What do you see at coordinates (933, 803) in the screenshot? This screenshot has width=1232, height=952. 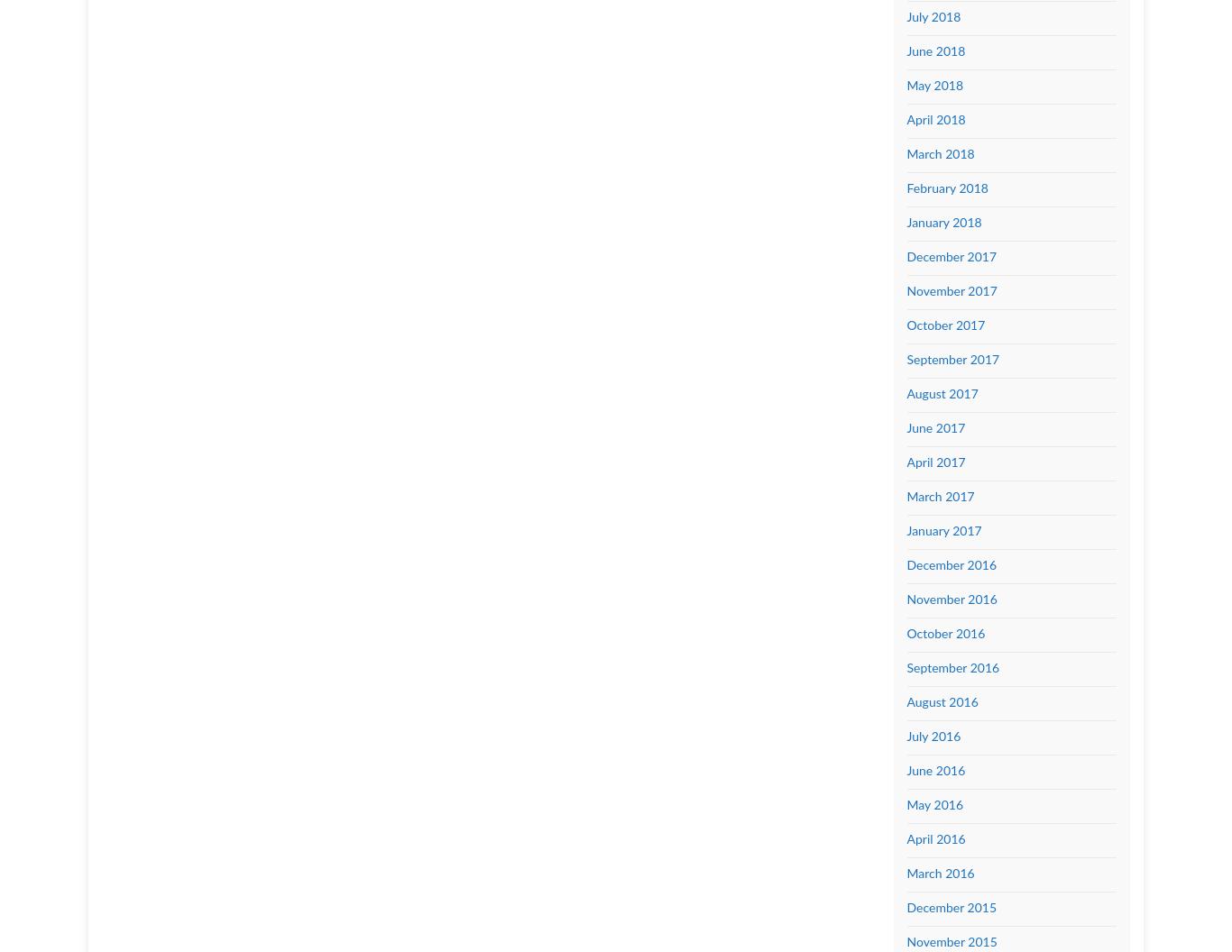 I see `'May 2016'` at bounding box center [933, 803].